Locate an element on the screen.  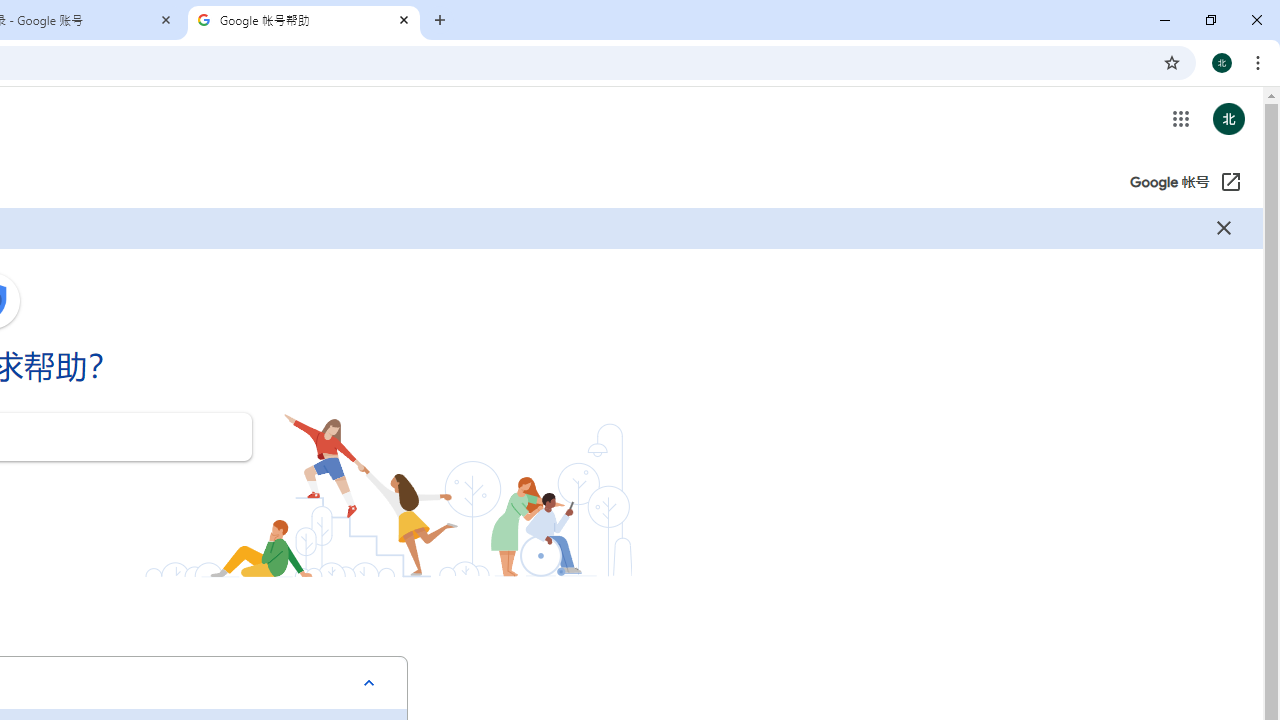
'Restore' is located at coordinates (1209, 20).